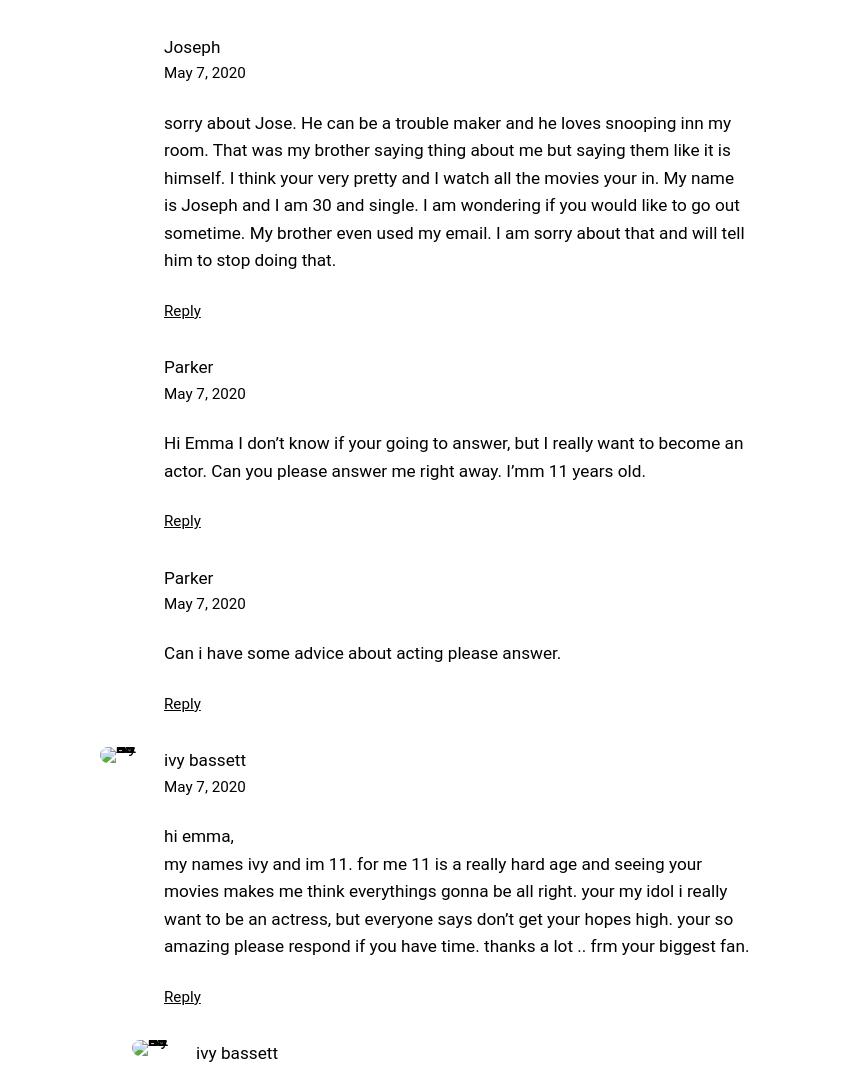  What do you see at coordinates (455, 903) in the screenshot?
I see `'my names ivy and im 11. for me 11 is a really hard age and seeing your movies makes me think everythings gonna be all right. your my idol i really want to be an actress, but everyone says don’t get your hopes high. your so amazing please respond if you have time. thanks a lot .. frm your biggest fan.'` at bounding box center [455, 903].